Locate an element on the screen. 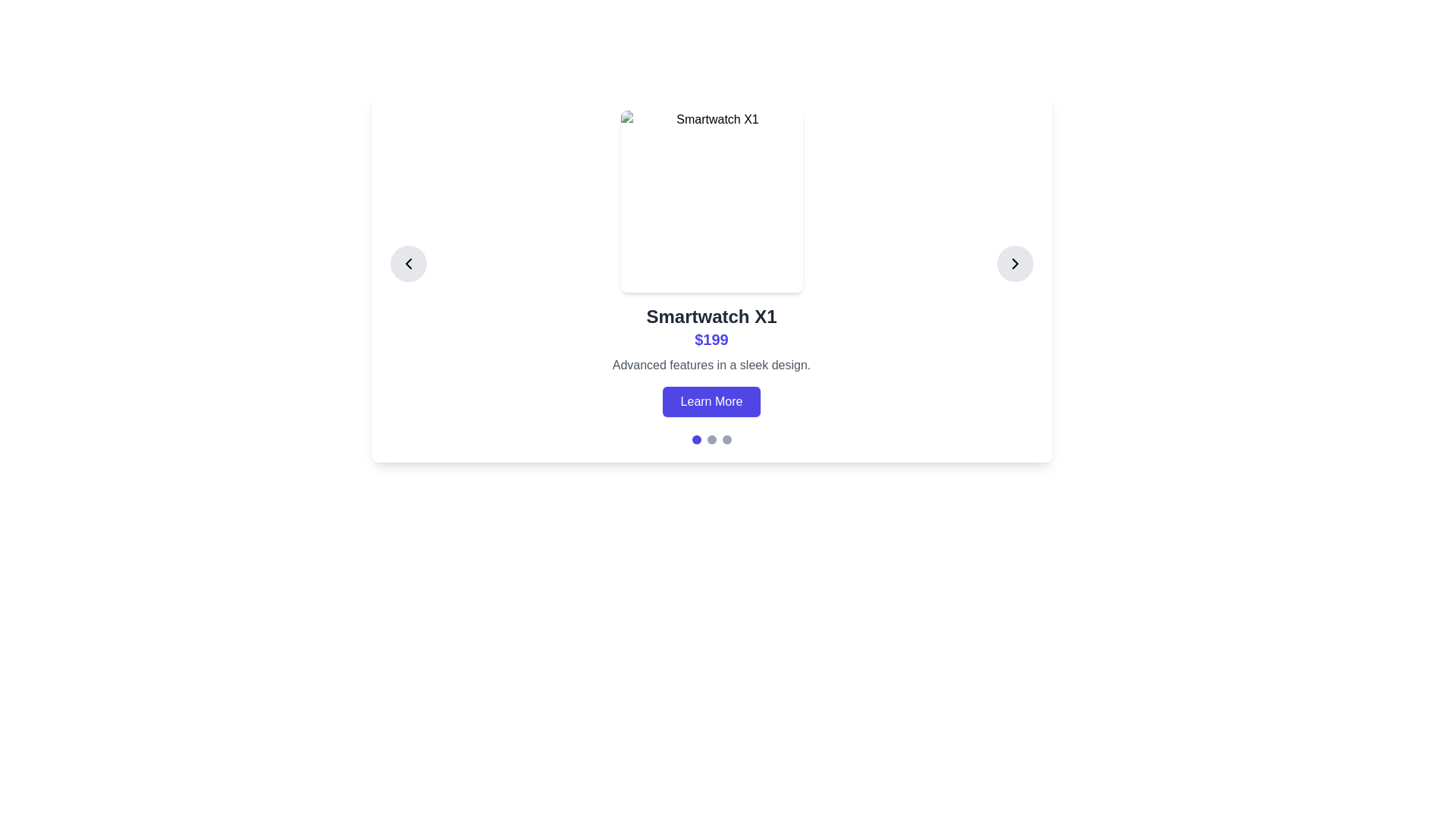 The image size is (1456, 819). the Call-to-Action button located below the product title 'Smartwatch X1', price '$199', and description text 'Advanced features in a sleek design.' is located at coordinates (711, 400).